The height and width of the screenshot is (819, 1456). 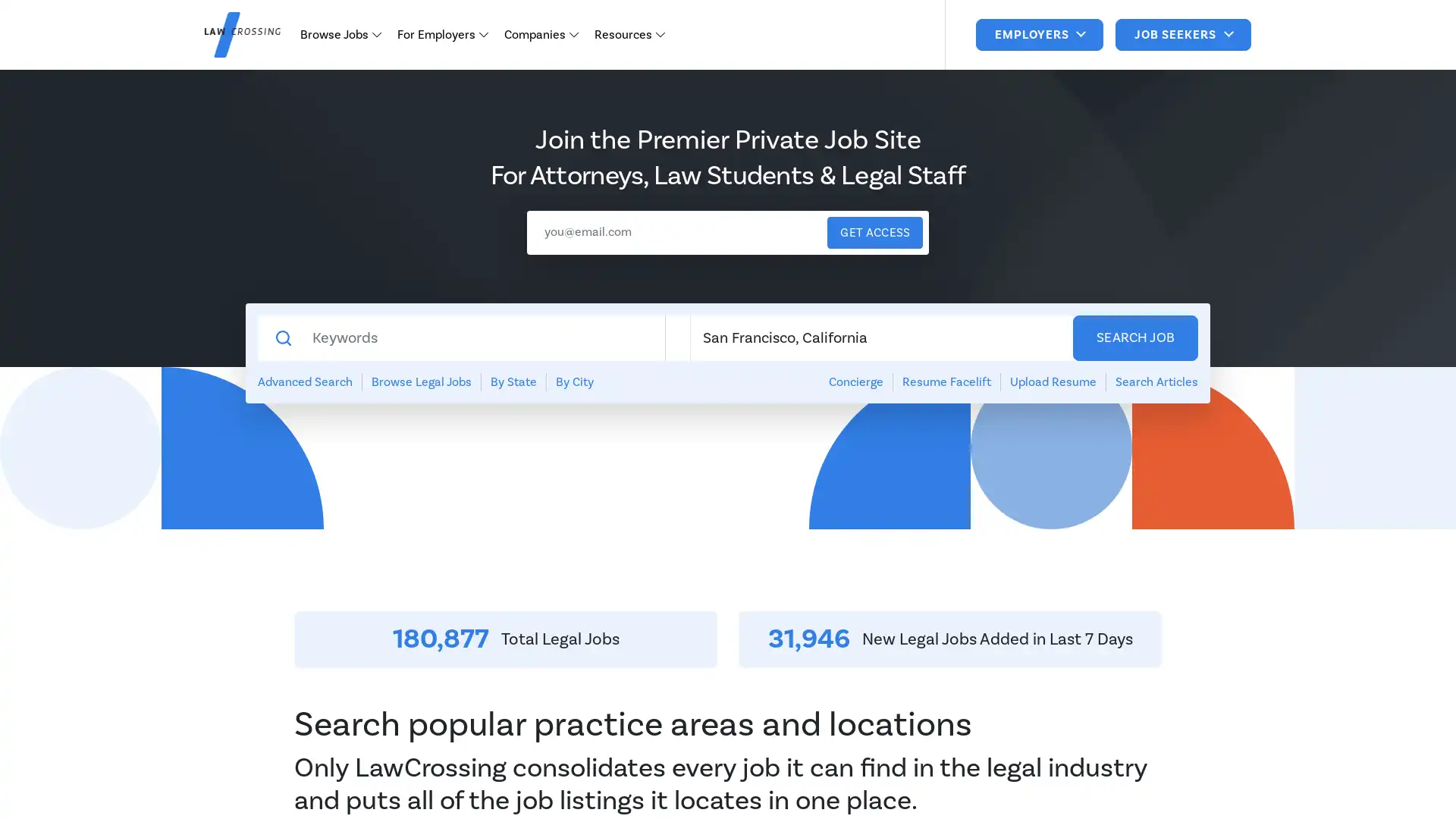 What do you see at coordinates (1182, 34) in the screenshot?
I see `JOB SEEKERS` at bounding box center [1182, 34].